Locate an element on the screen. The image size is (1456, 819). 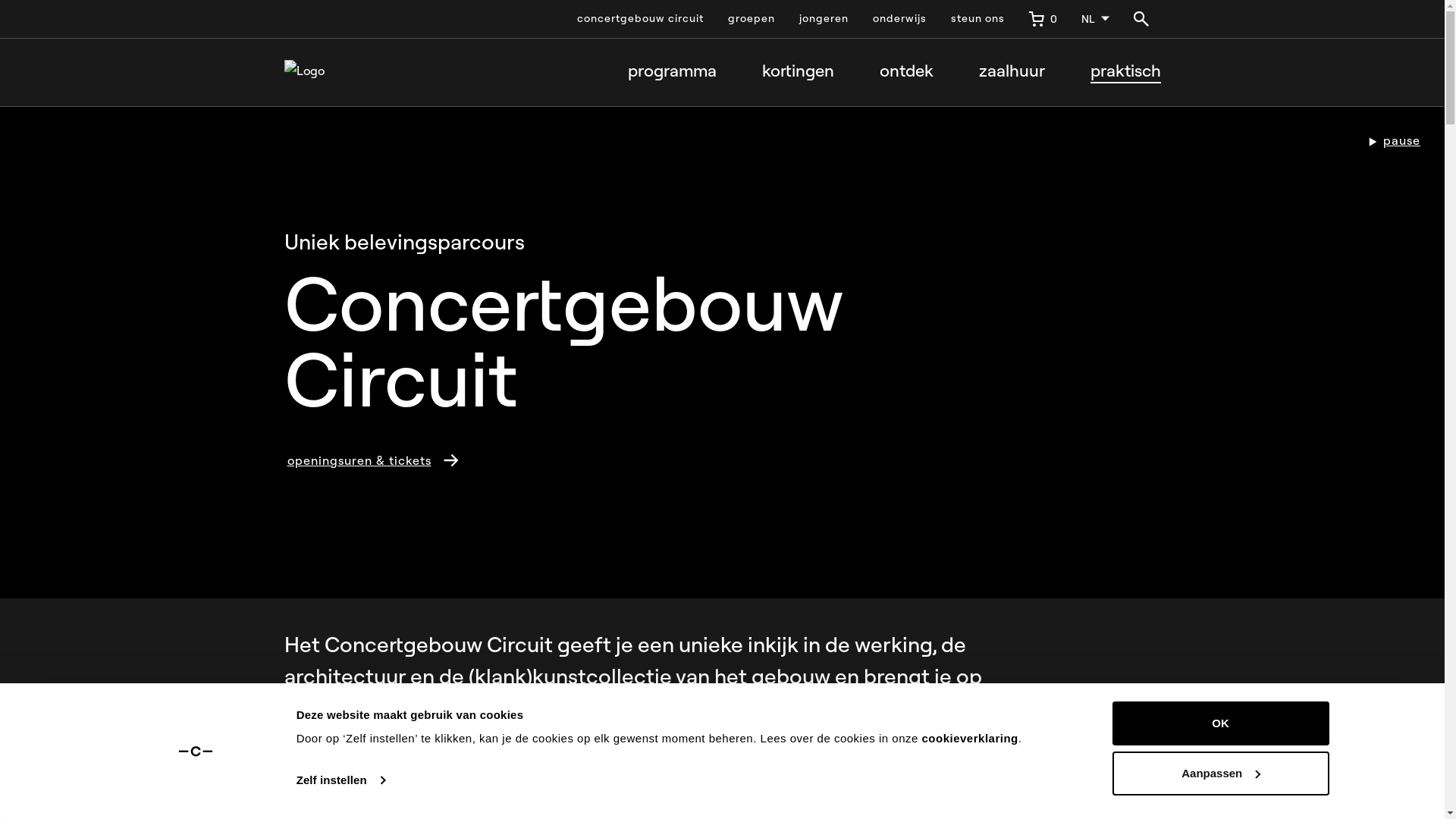
'OK' is located at coordinates (1219, 722).